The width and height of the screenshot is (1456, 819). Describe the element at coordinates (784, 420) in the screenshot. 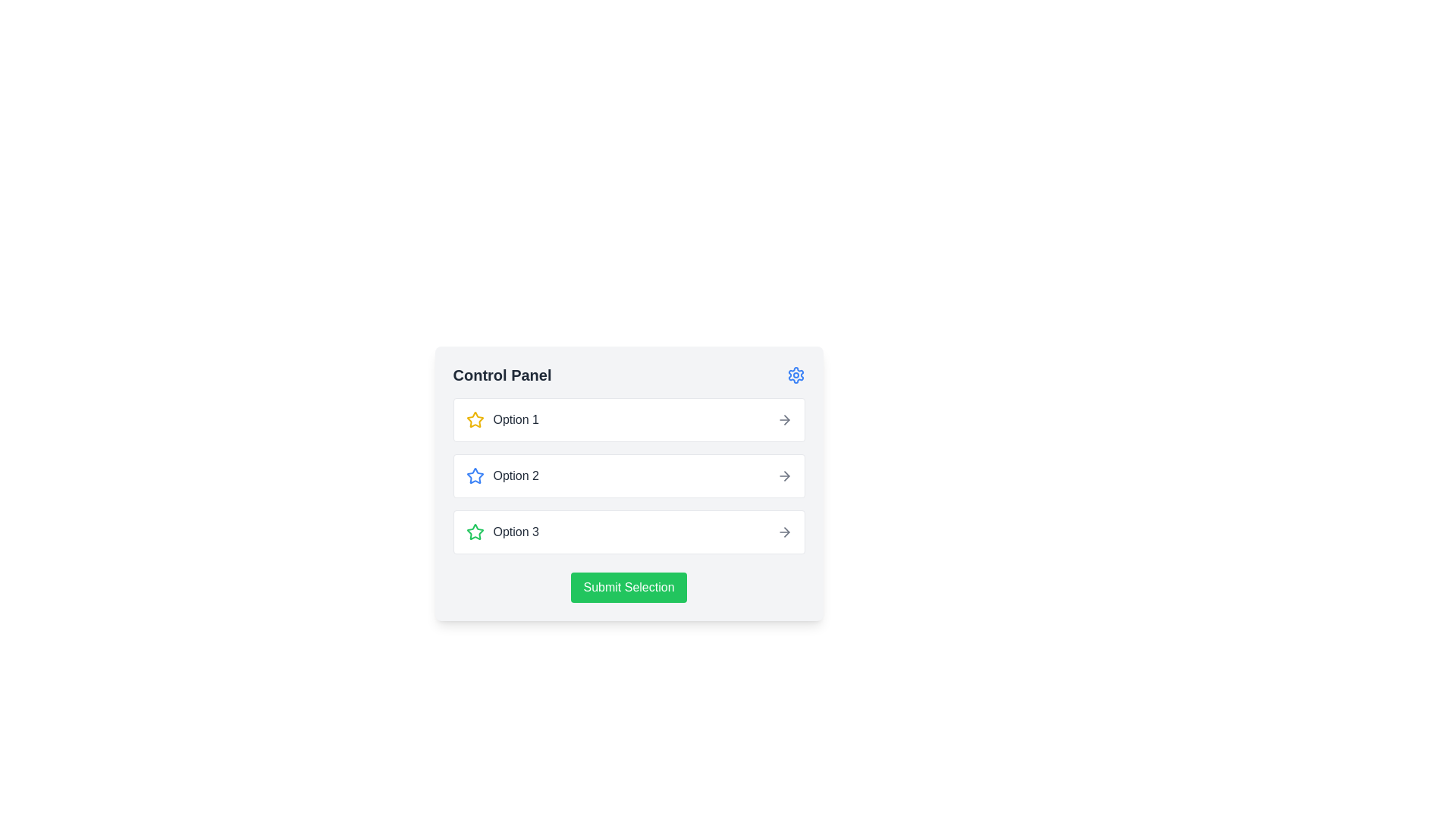

I see `the arrow icon located at the far-right end of the 'Option 1' list item, which serves as a navigational element` at that location.